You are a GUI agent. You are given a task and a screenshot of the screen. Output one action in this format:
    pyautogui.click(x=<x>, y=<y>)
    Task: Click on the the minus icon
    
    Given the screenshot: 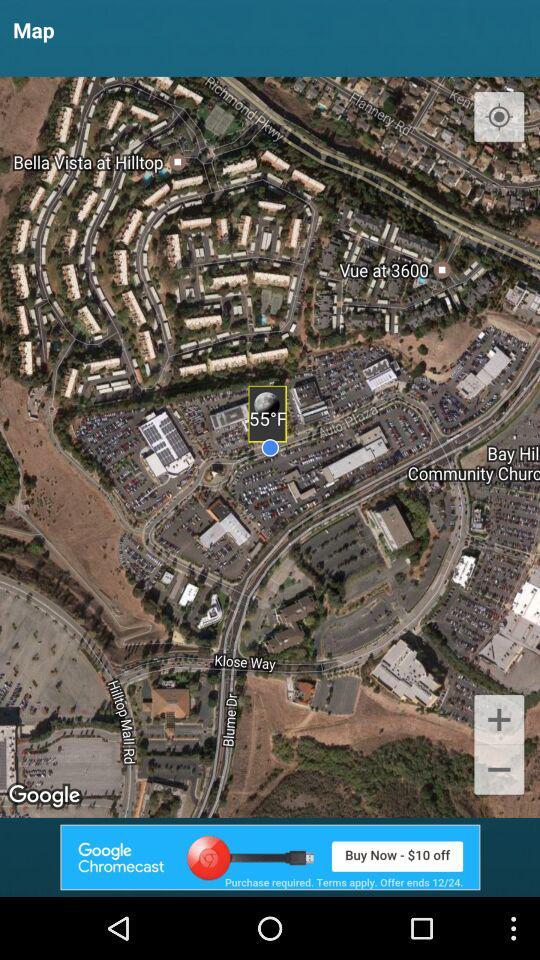 What is the action you would take?
    pyautogui.click(x=498, y=825)
    